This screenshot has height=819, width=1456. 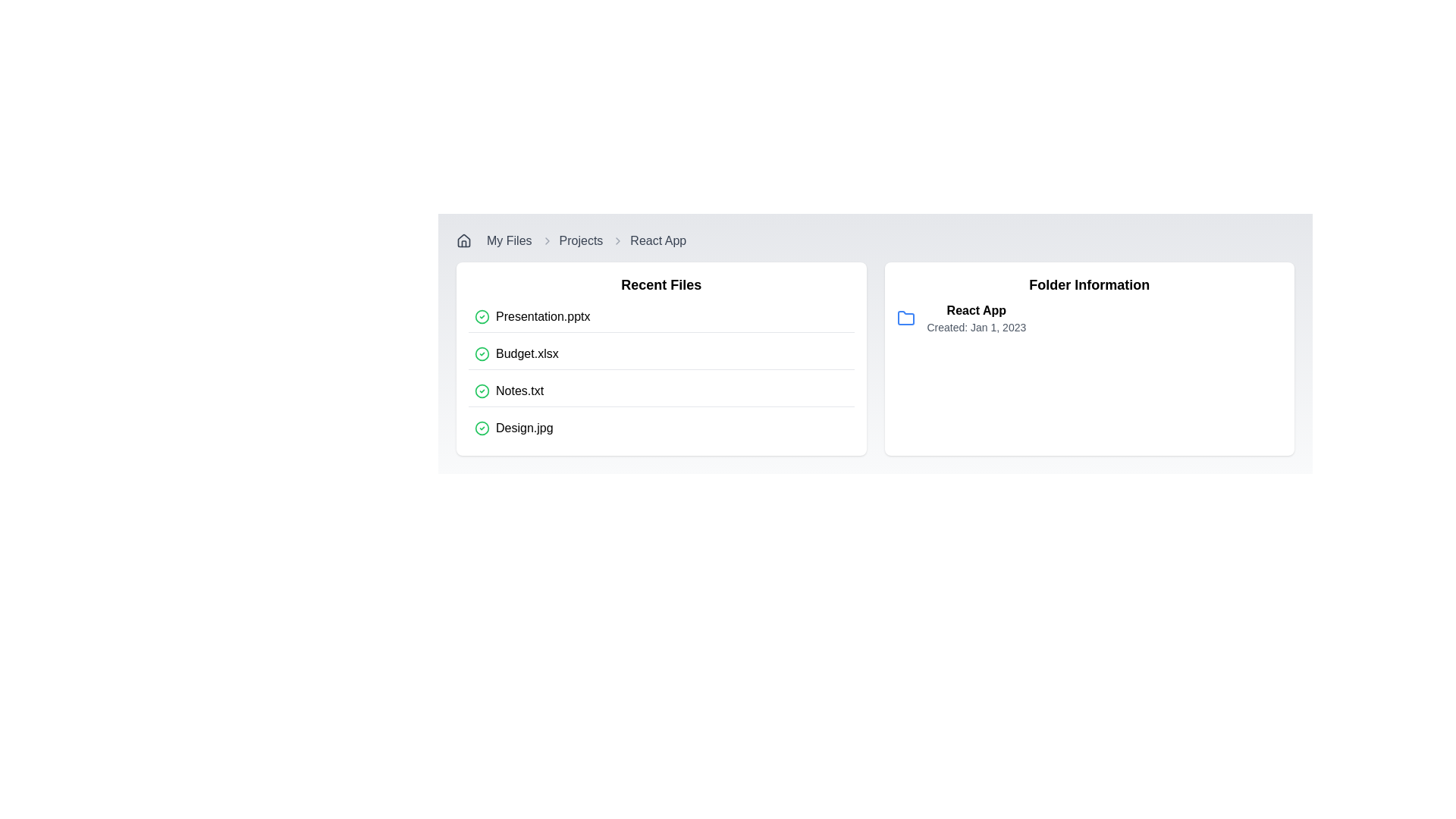 What do you see at coordinates (481, 315) in the screenshot?
I see `the green circular icon with a checkmark located to the left of the text 'Presentation.pptx' in the 'Recent Files' section` at bounding box center [481, 315].